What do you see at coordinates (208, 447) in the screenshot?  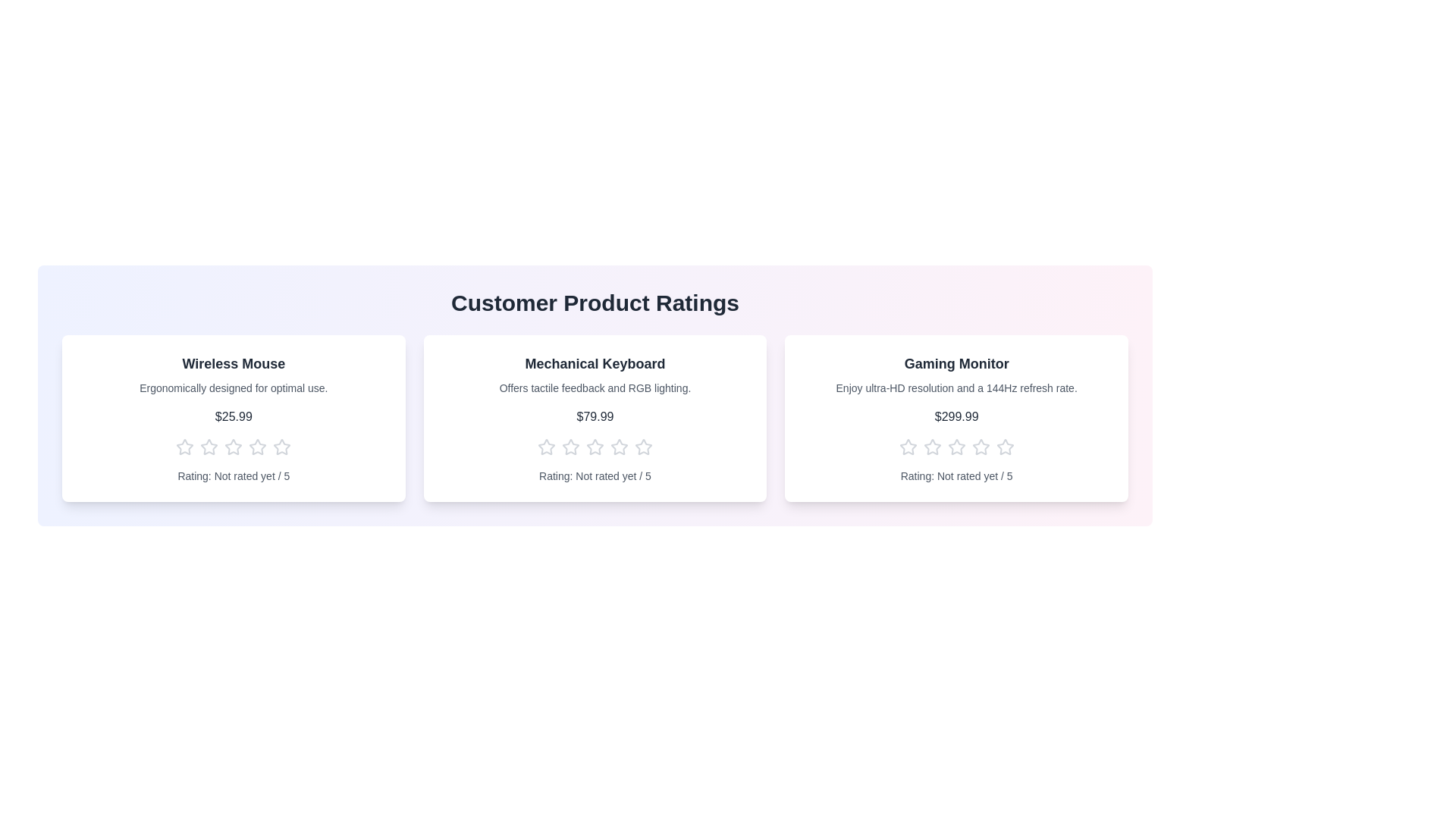 I see `the star corresponding to the rating 2 for the product Wireless Mouse` at bounding box center [208, 447].